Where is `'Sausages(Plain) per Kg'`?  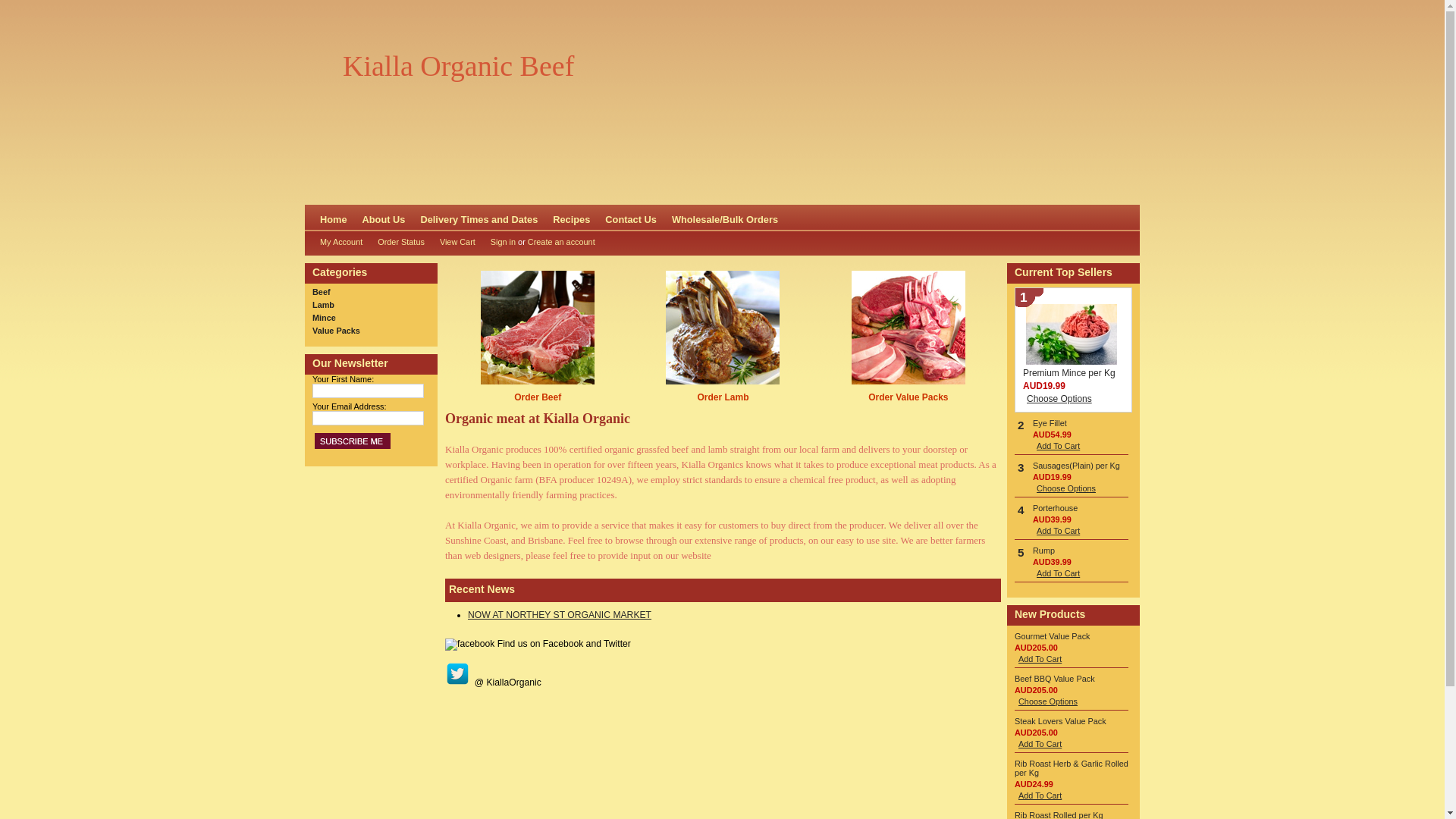
'Sausages(Plain) per Kg' is located at coordinates (1075, 464).